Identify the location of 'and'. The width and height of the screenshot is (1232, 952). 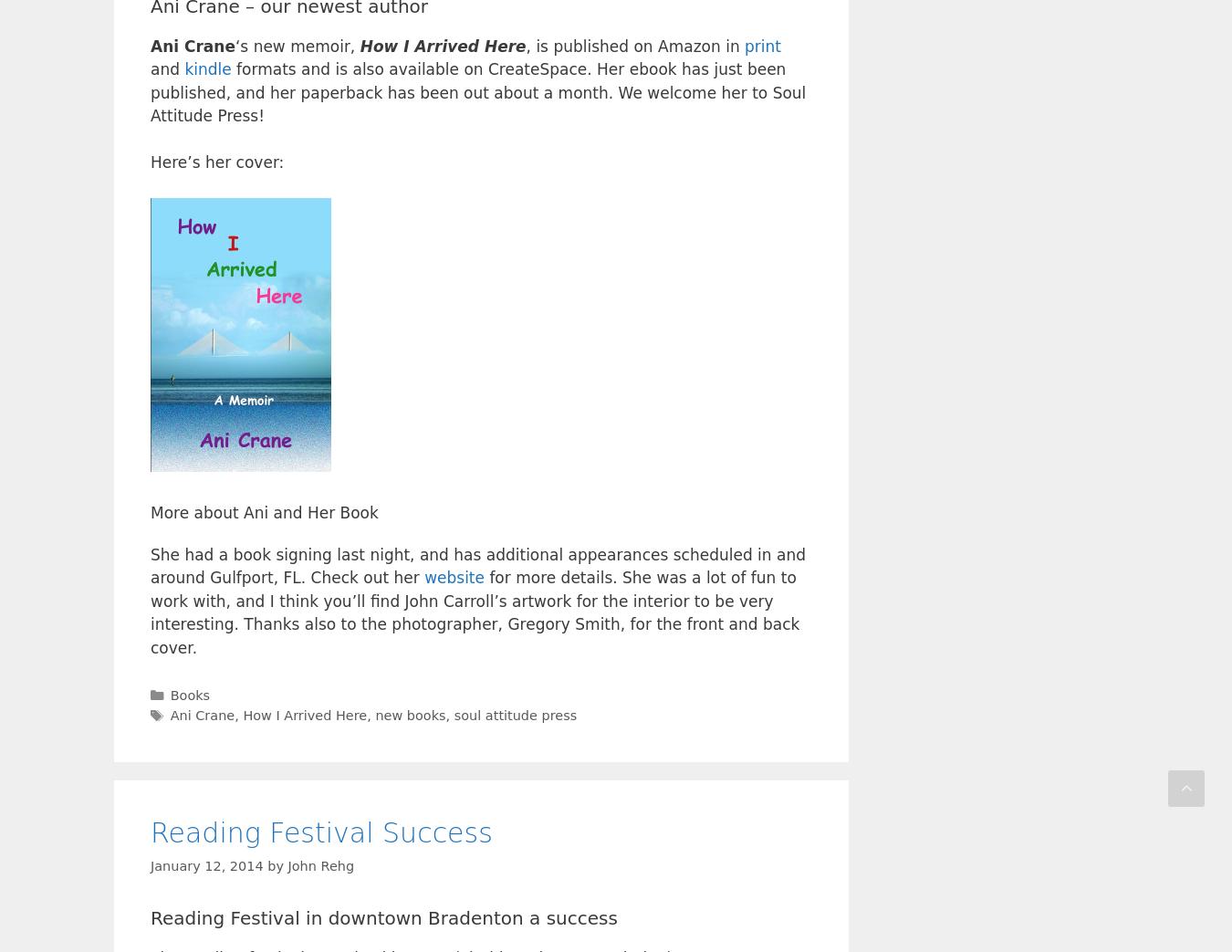
(167, 69).